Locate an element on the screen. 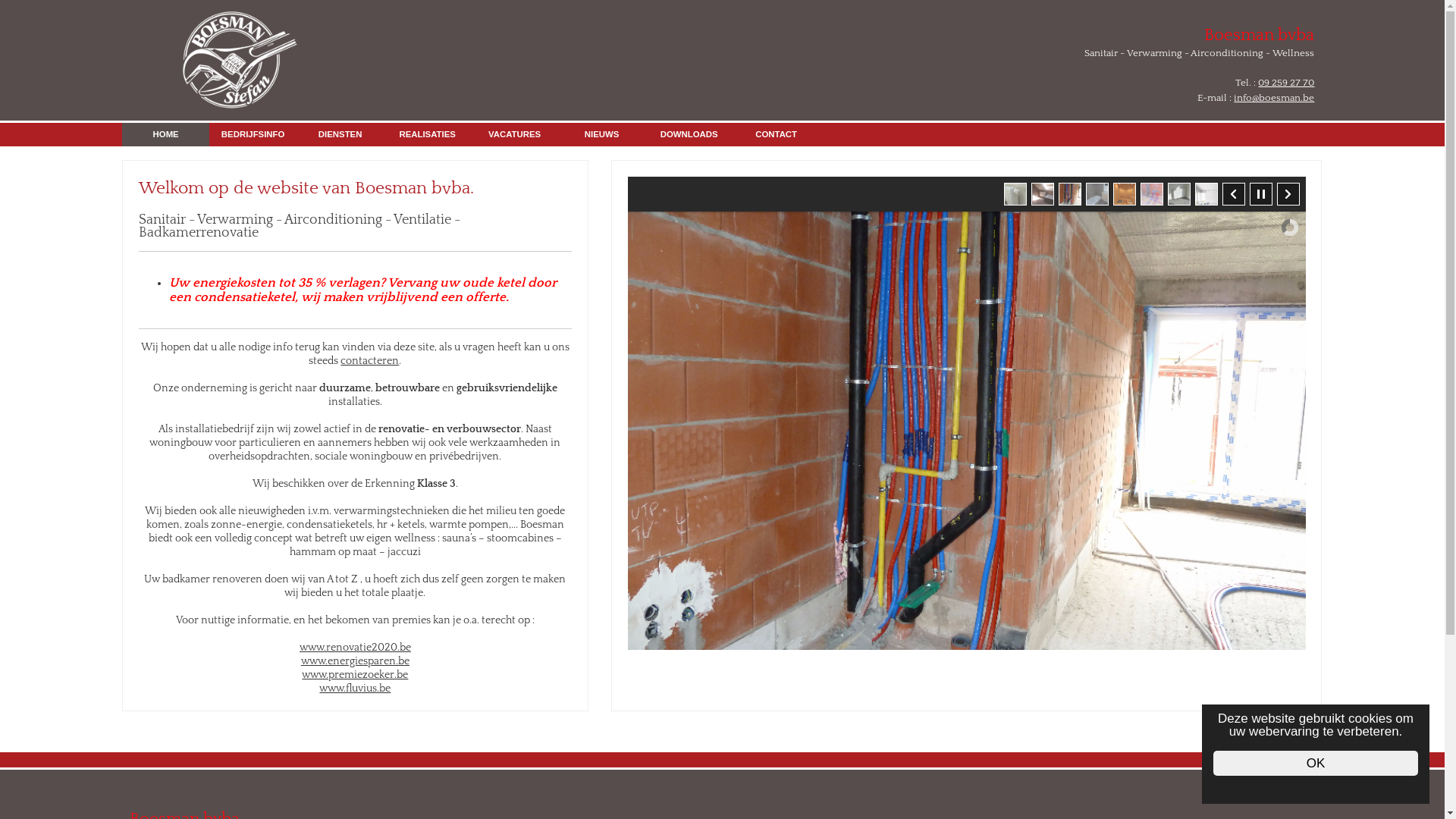 The image size is (1456, 819). 'www.energiesparen.be' is located at coordinates (354, 660).